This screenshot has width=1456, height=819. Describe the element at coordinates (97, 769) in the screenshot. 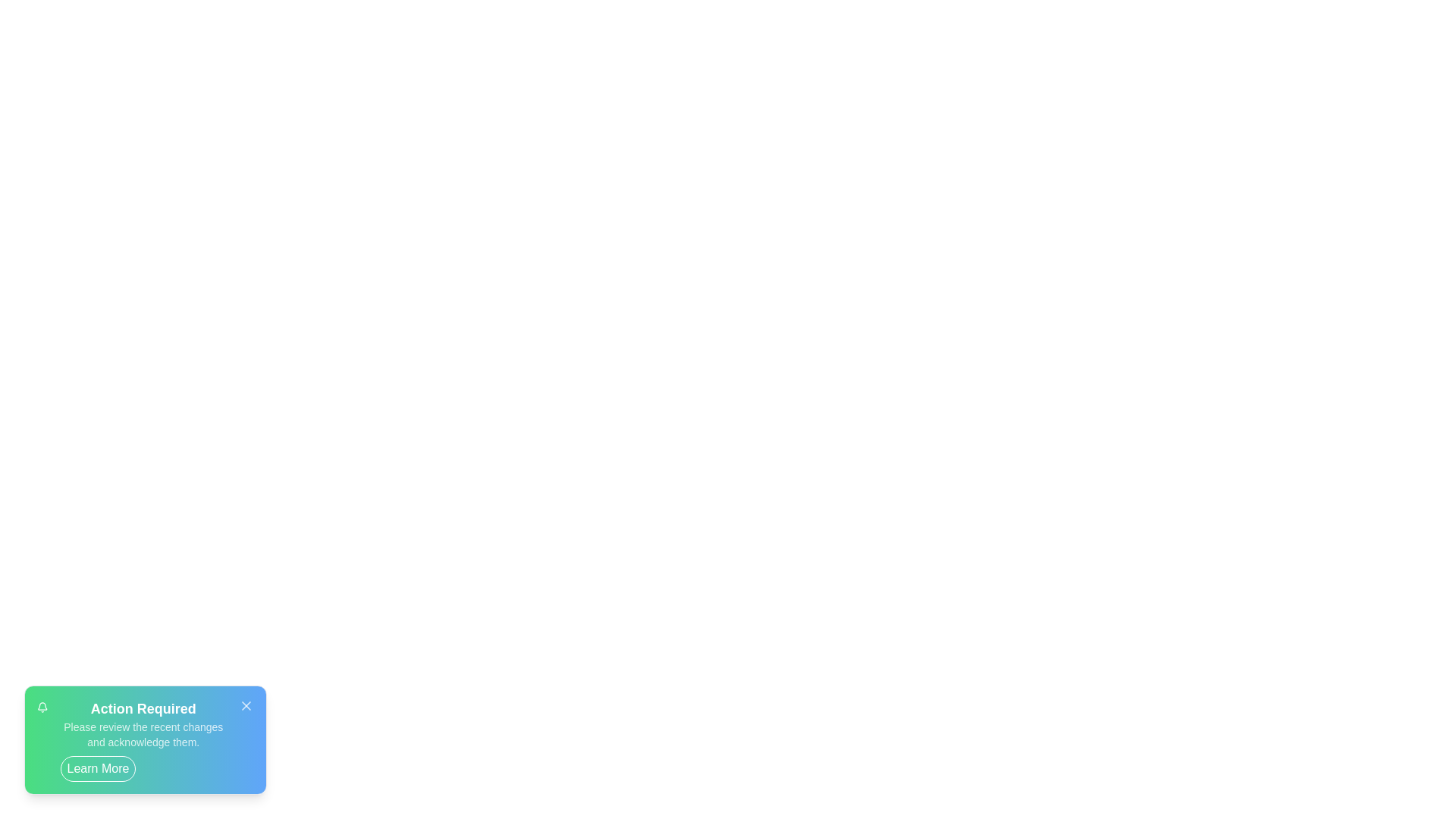

I see `'Learn More' button to learn more about the notification` at that location.